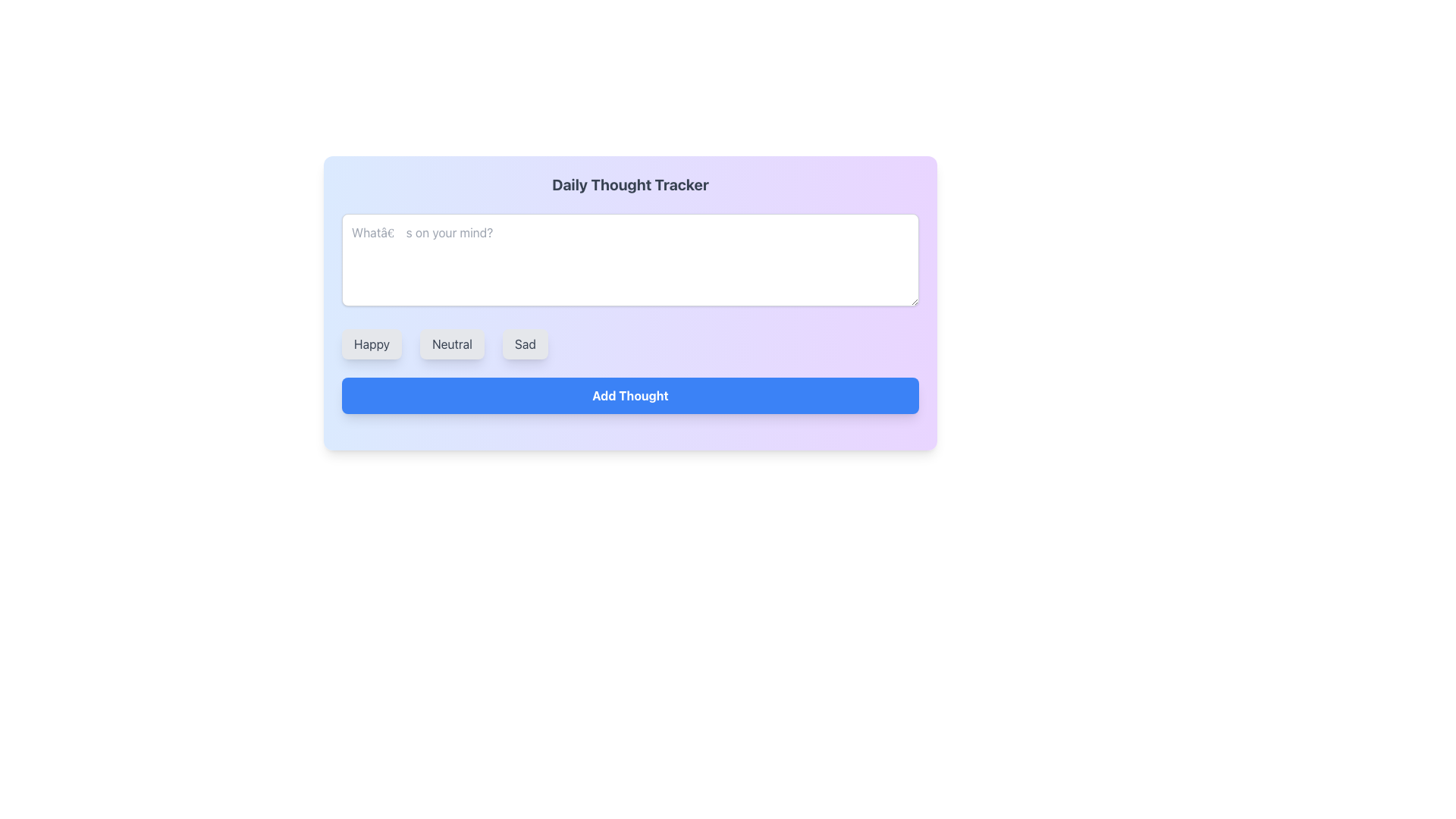 The image size is (1456, 819). I want to click on the 'Neutral' sentiment button, which is the second button in a group of three horizontally aligned buttons, positioned between the 'Happy' button on the left and the 'Sad' button on the right, so click(451, 344).